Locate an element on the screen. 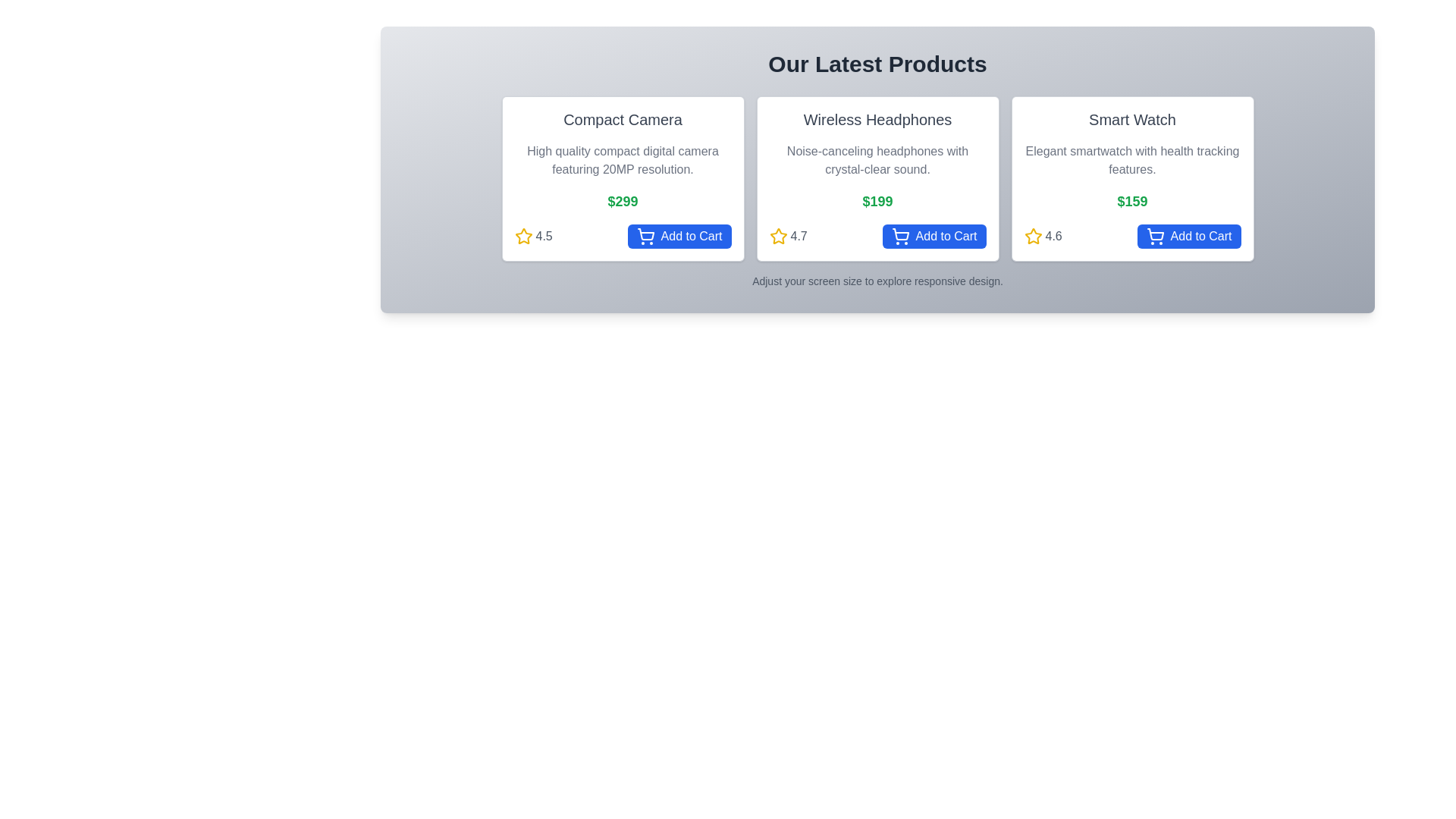 The width and height of the screenshot is (1456, 819). the yellow star icon representing the rating or favorite feature located to the left of the numeric rating '4.5' in the first product card of the Compact Camera listing is located at coordinates (523, 237).